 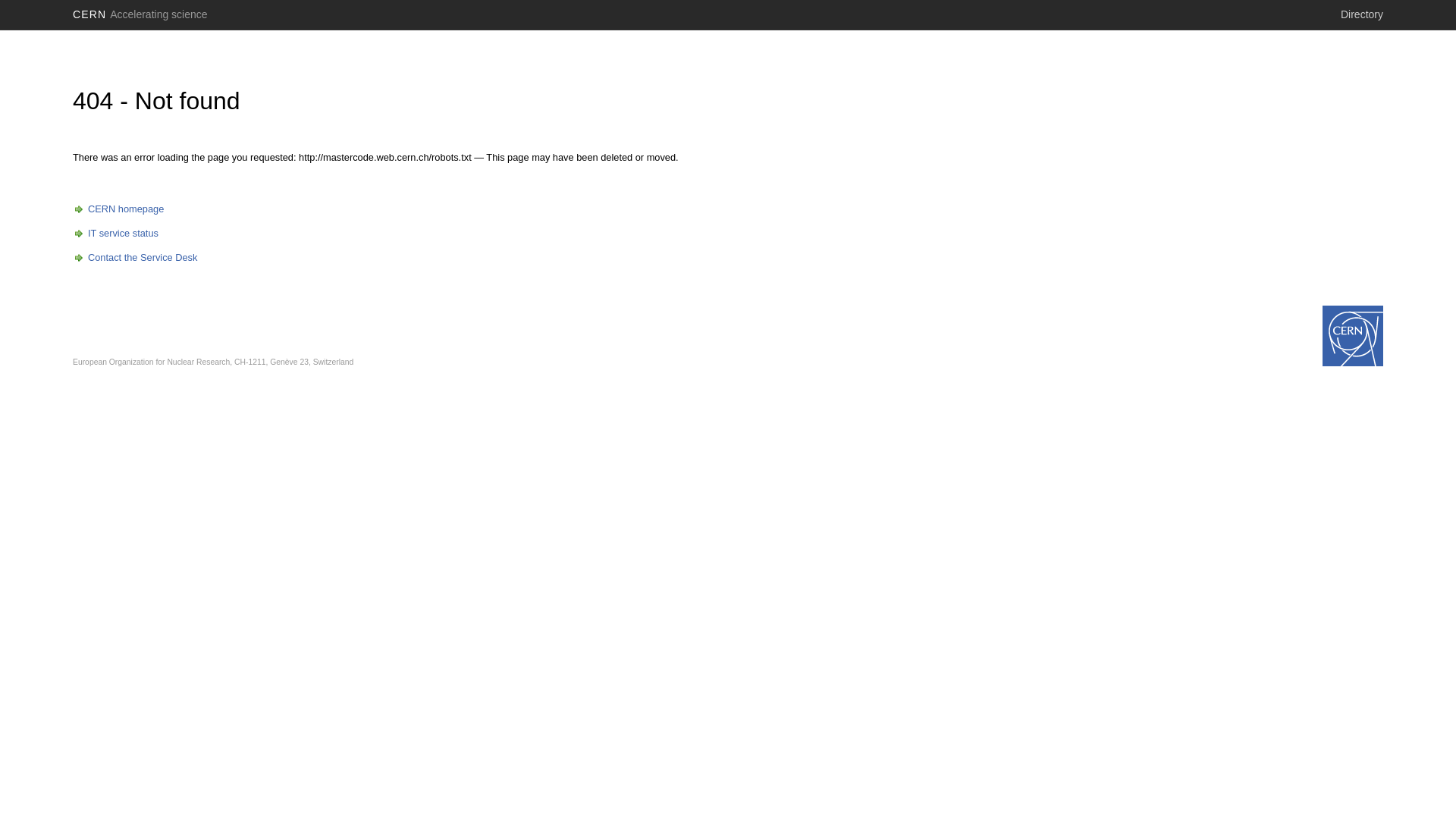 I want to click on 'CERN Accelerating science', so click(x=140, y=14).